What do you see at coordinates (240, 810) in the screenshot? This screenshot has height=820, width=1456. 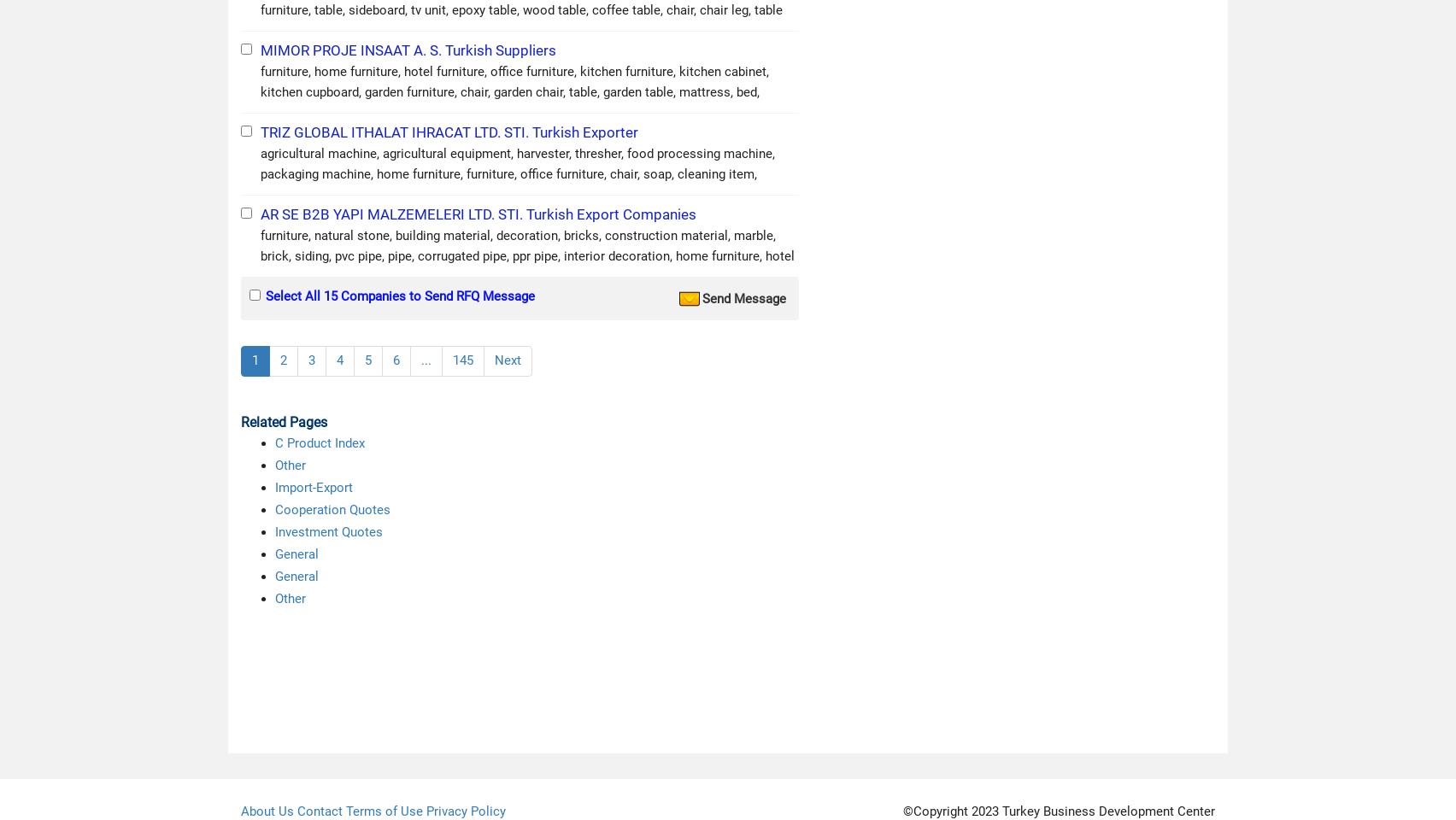 I see `'About Us'` at bounding box center [240, 810].